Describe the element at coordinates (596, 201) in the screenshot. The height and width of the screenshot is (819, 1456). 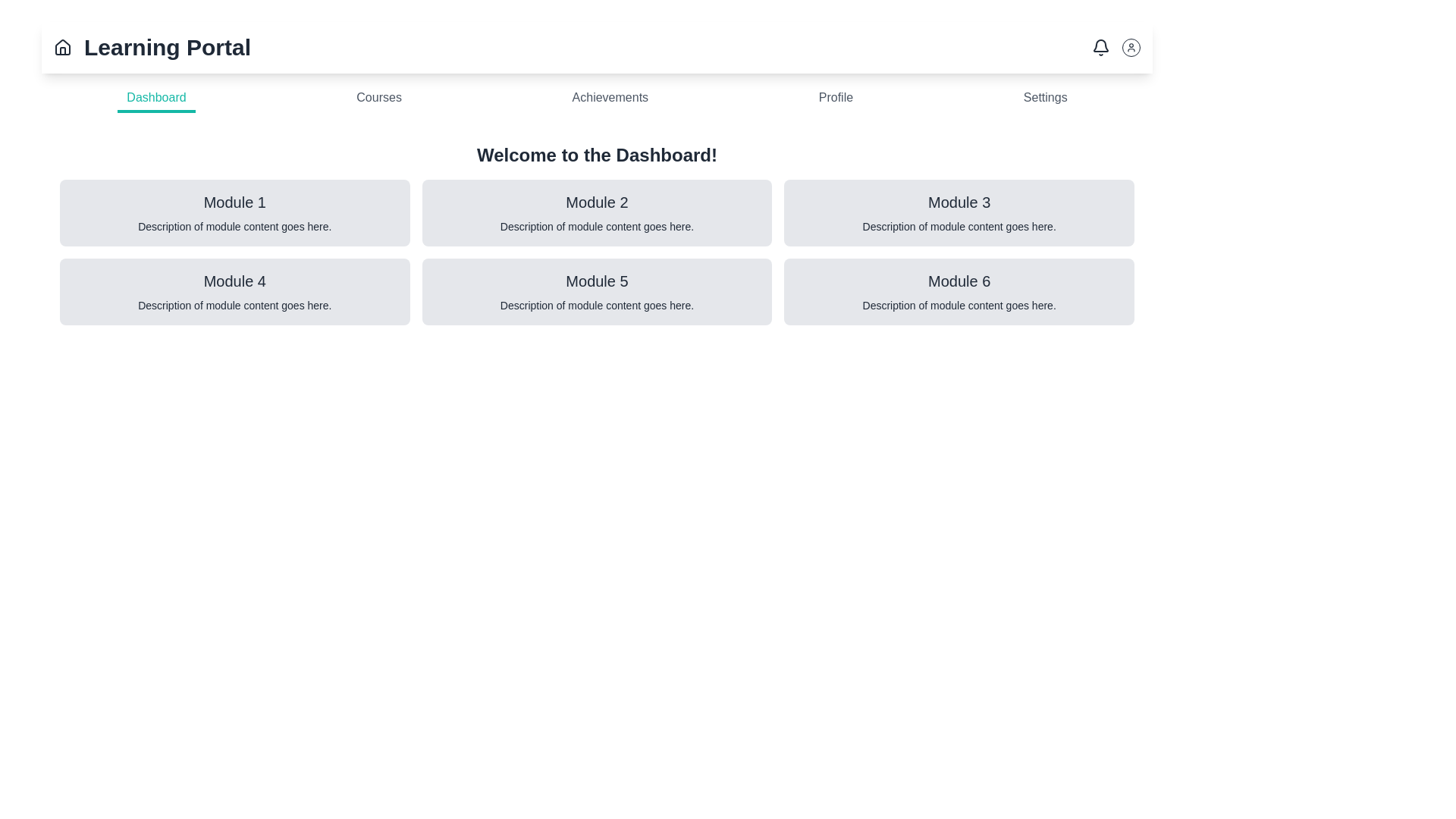
I see `title from the text label located centrally within the second card of the top row, below 'Welcome to the Dashboard!' and adjacent to 'Module 1' and 'Module 3'` at that location.